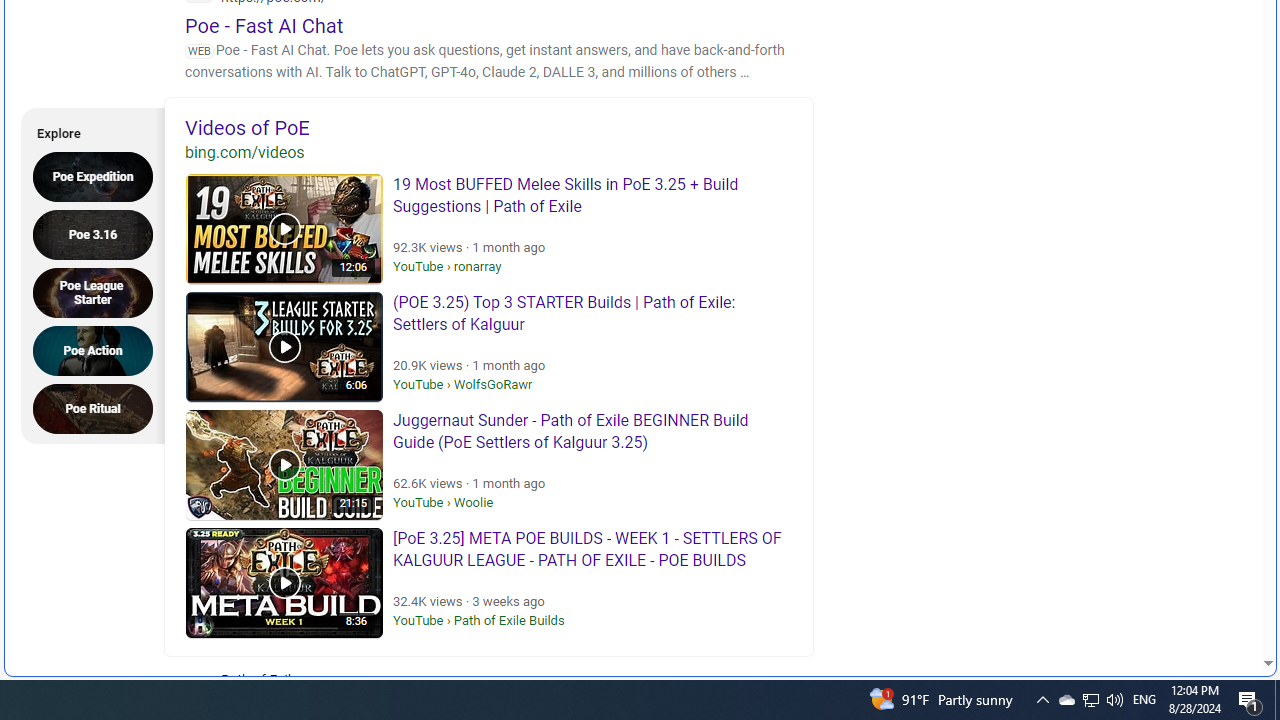 Image resolution: width=1280 pixels, height=720 pixels. What do you see at coordinates (98, 349) in the screenshot?
I see `'Poe Action'` at bounding box center [98, 349].